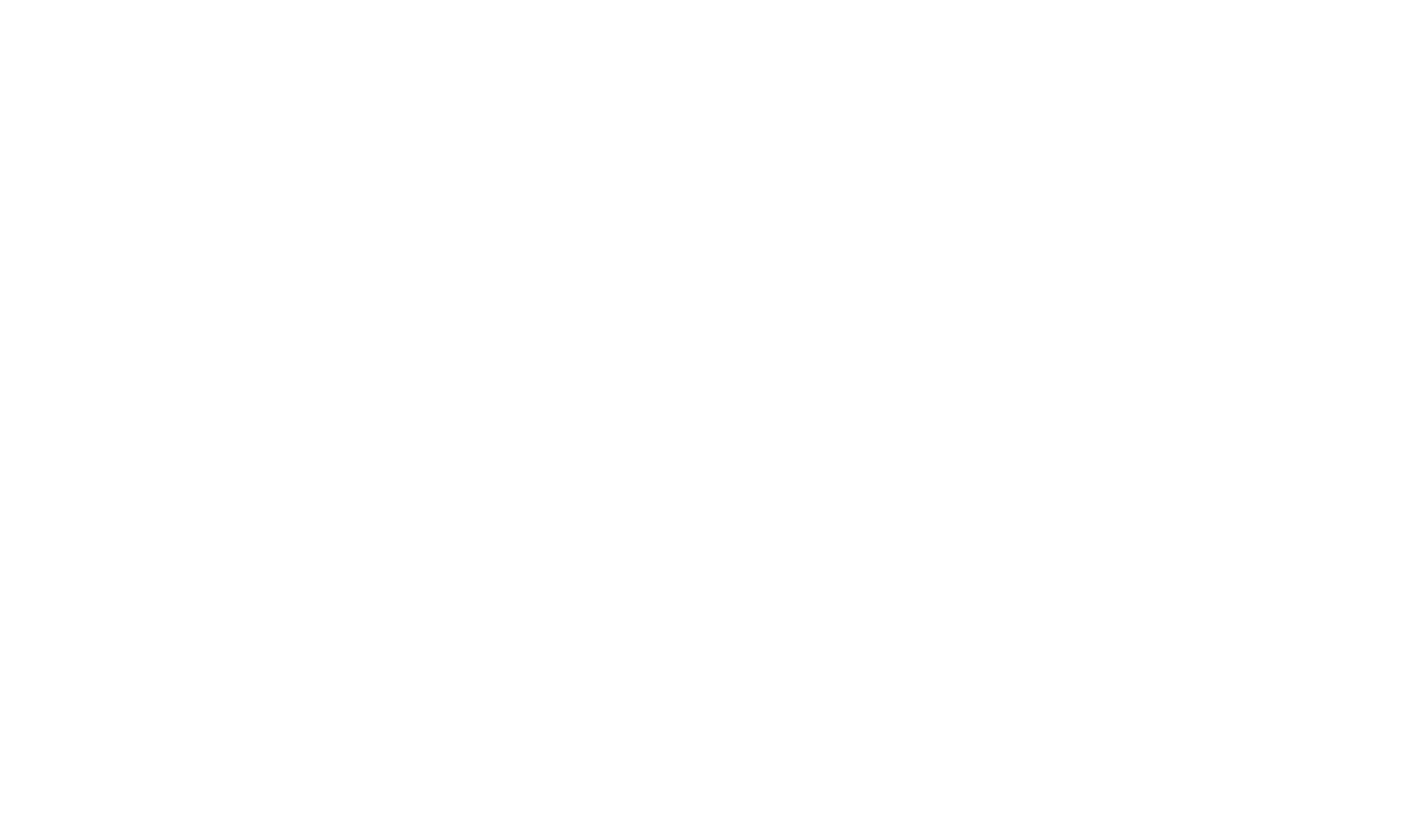 The width and height of the screenshot is (1428, 840). I want to click on 'The Hotel', so click(713, 203).